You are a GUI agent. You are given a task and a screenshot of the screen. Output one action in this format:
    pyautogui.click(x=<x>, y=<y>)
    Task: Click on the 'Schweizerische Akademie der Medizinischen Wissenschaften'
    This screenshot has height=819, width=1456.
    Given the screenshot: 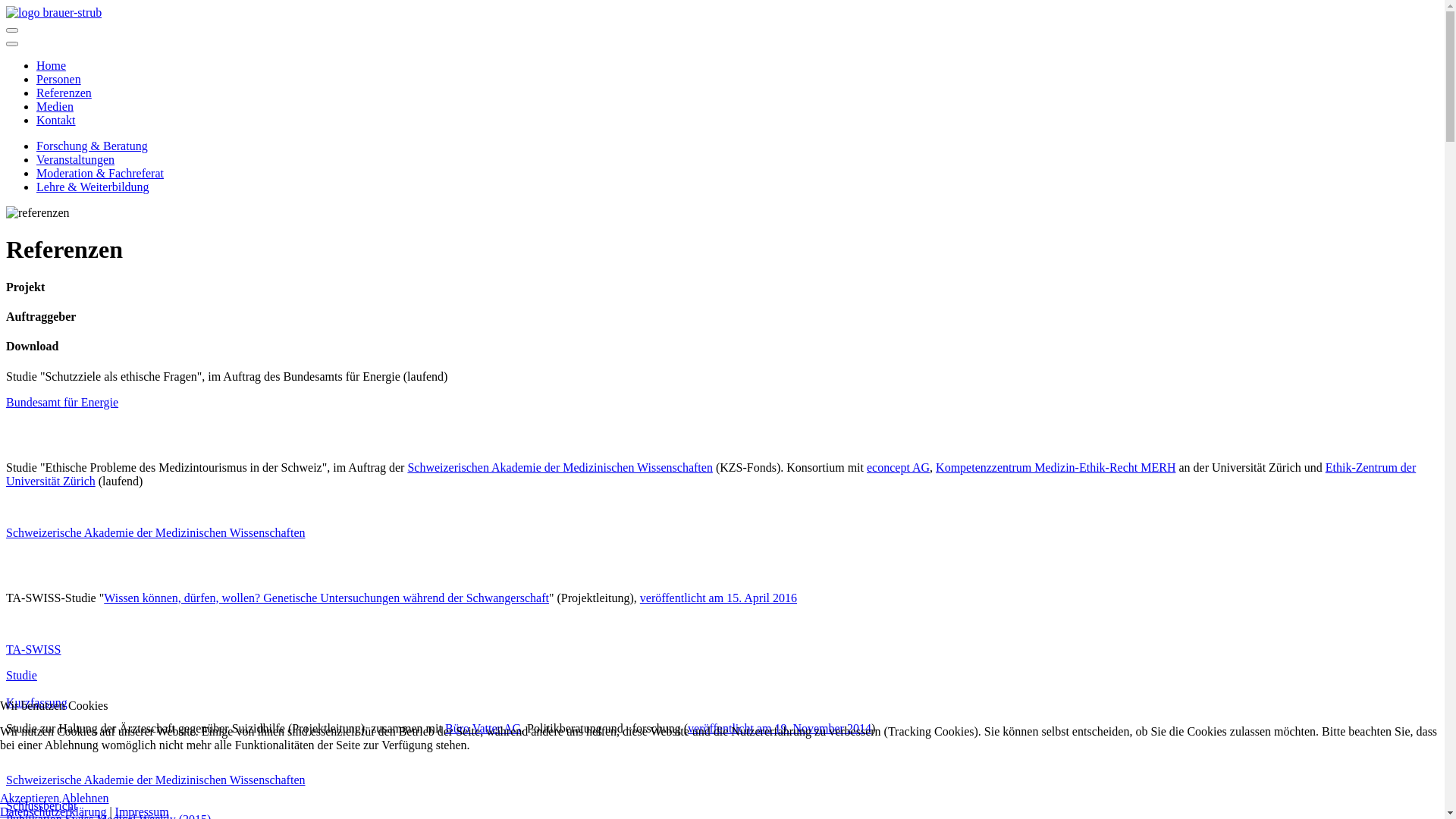 What is the action you would take?
    pyautogui.click(x=6, y=780)
    